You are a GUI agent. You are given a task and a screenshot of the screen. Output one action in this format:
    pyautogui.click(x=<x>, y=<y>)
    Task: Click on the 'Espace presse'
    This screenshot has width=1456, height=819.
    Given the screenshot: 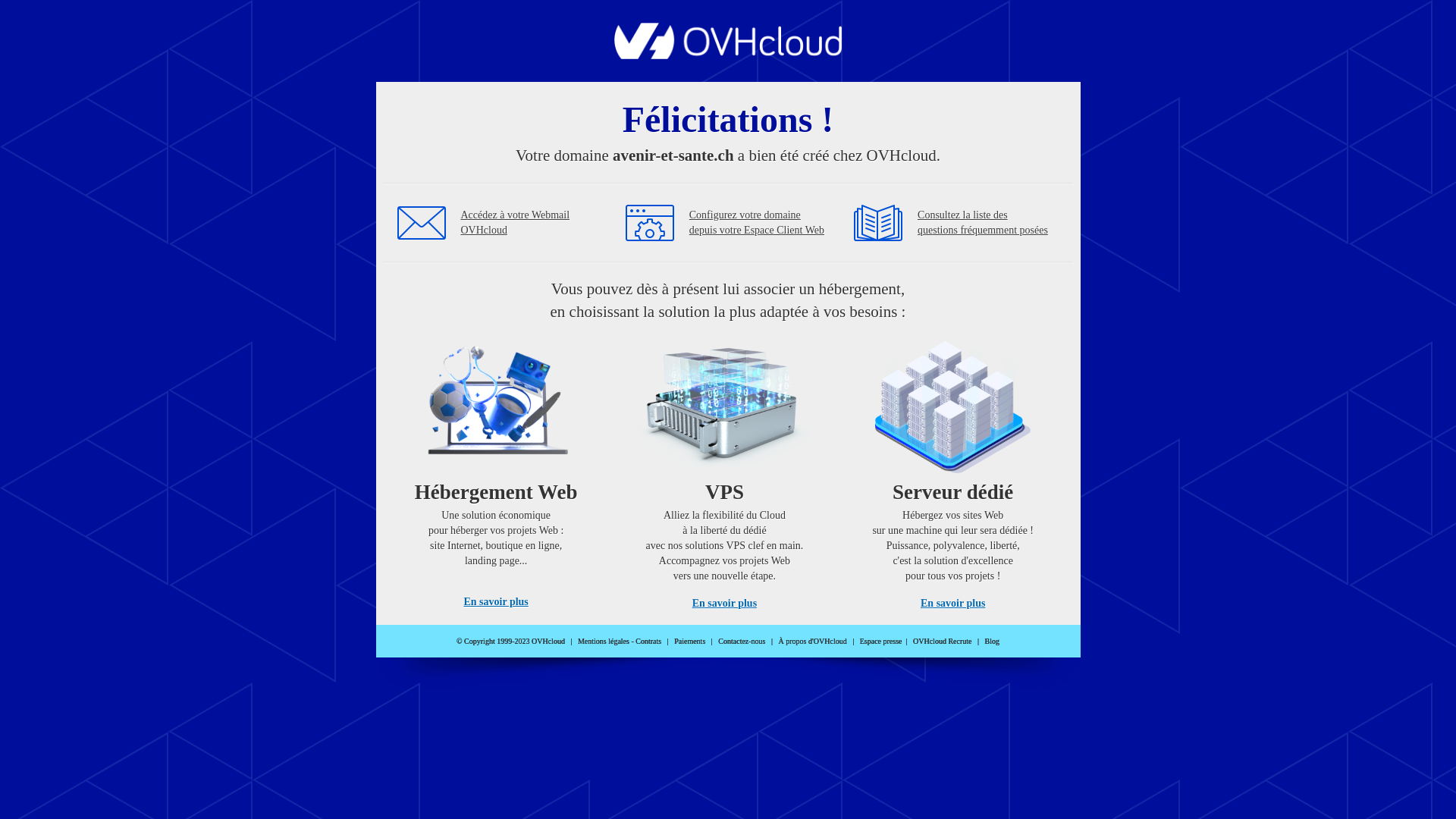 What is the action you would take?
    pyautogui.click(x=880, y=641)
    